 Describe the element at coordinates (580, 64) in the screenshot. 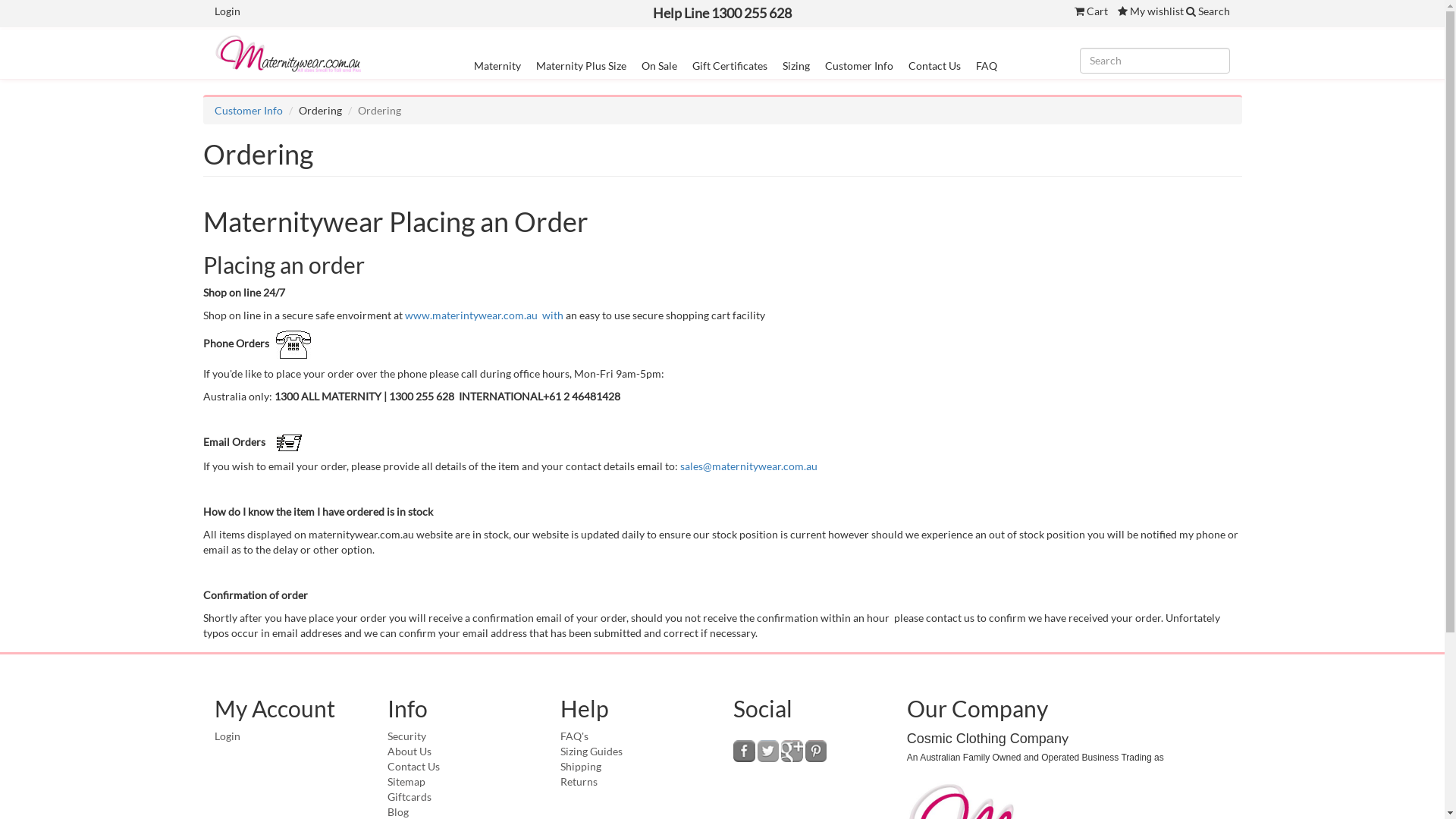

I see `'Maternity Plus Size'` at that location.